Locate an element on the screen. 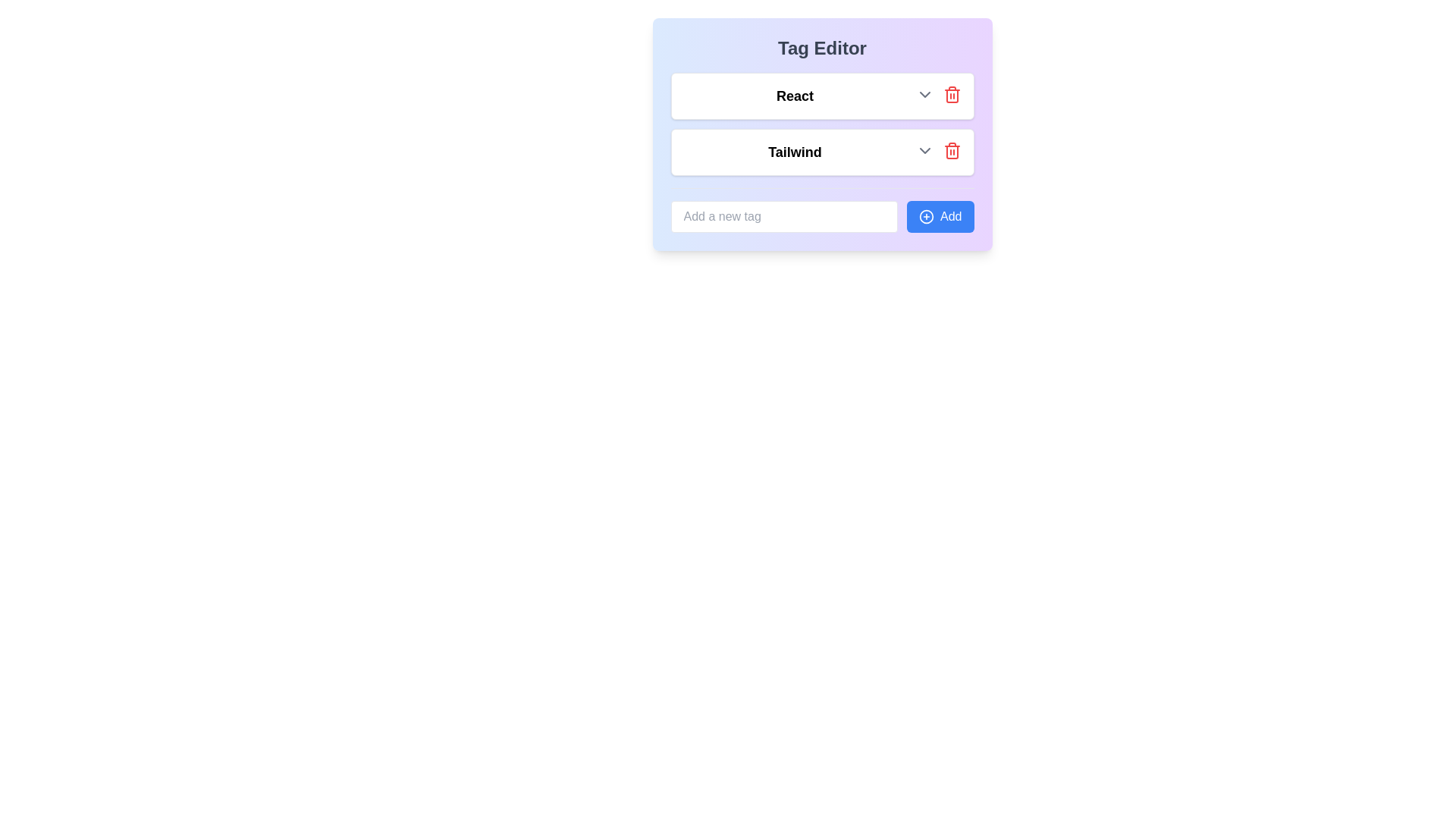  the rectangular 'Add' button with a blue background and a plus sign icon located at the bottom-right corner of the section to activate hover effects is located at coordinates (940, 216).